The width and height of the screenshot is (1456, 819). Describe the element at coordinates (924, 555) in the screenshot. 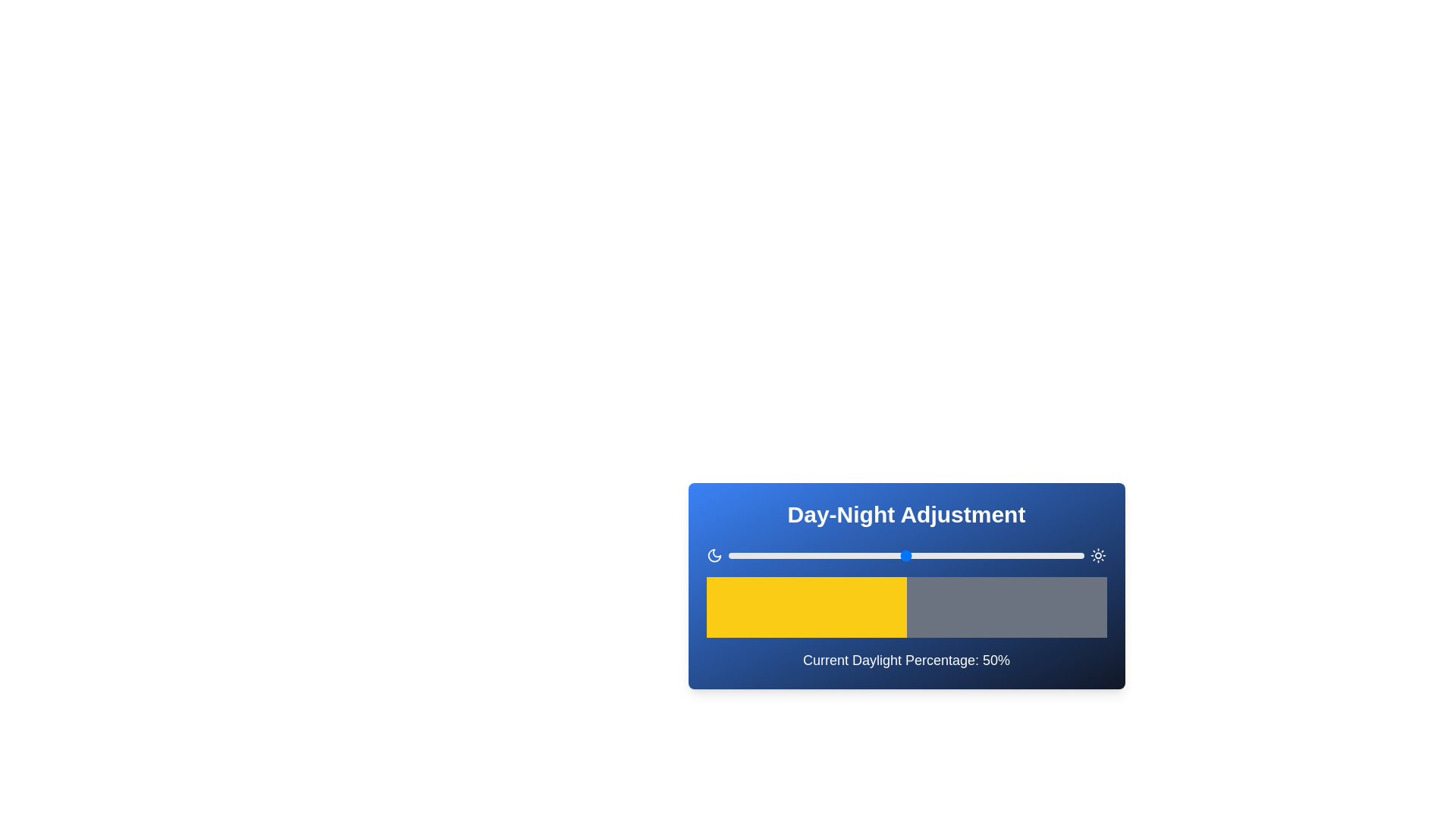

I see `the daylight percentage slider to 55%` at that location.